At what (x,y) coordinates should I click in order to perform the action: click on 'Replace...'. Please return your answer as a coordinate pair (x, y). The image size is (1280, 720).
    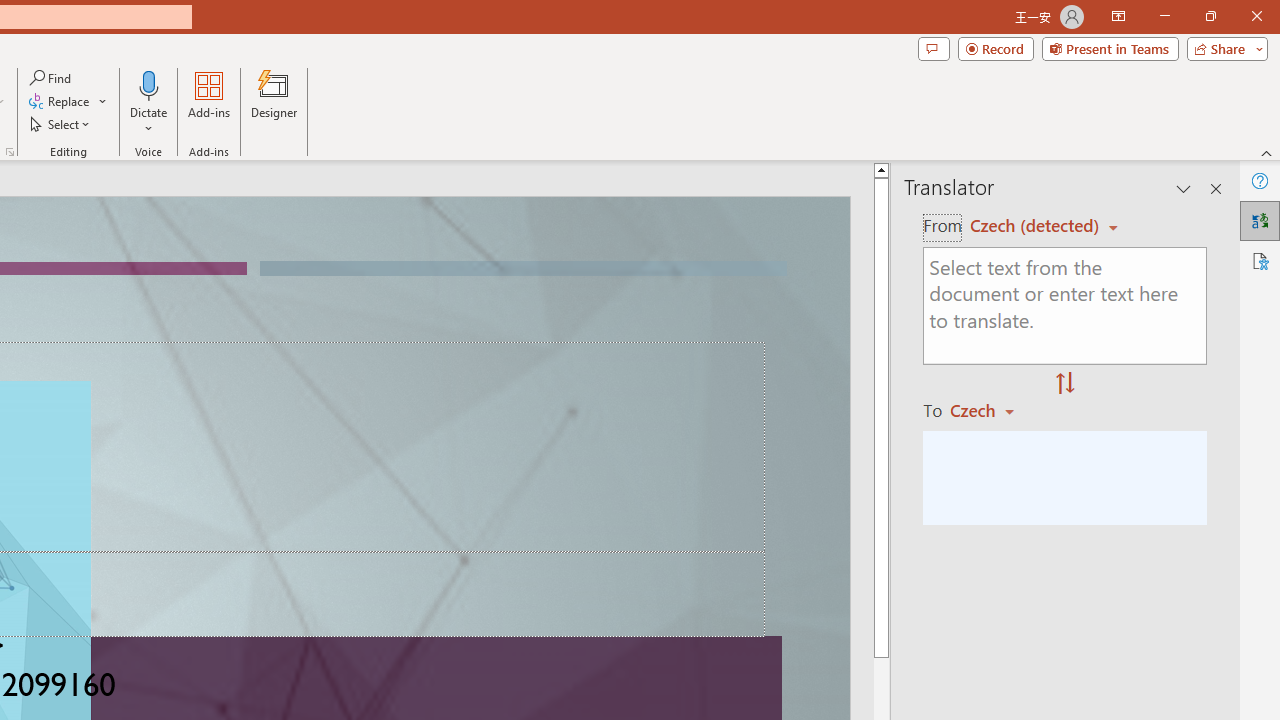
    Looking at the image, I should click on (69, 101).